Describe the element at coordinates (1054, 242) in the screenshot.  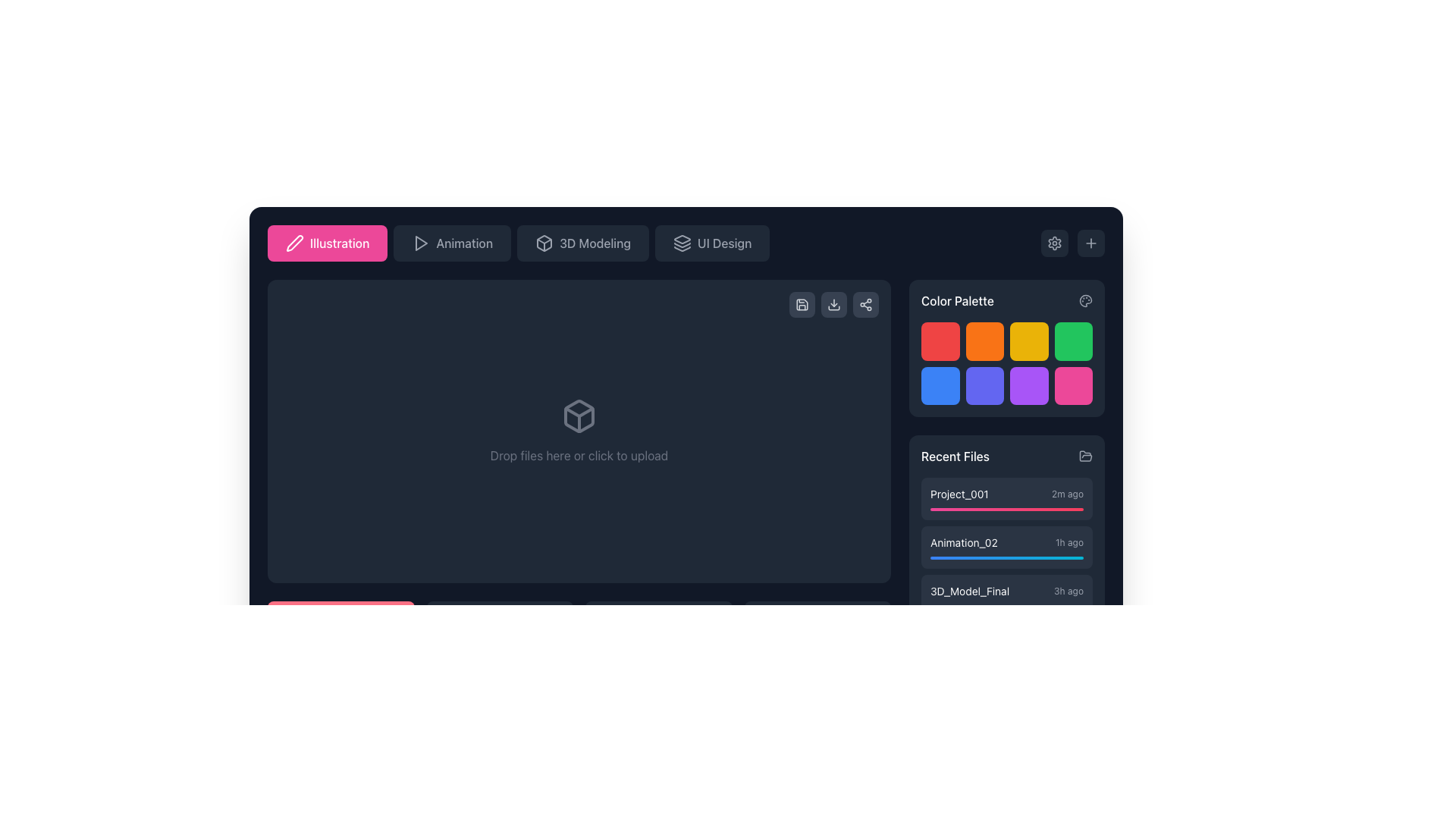
I see `the gear-like circular icon located near the top-right corner of the interface, just to the left of the '+' button` at that location.